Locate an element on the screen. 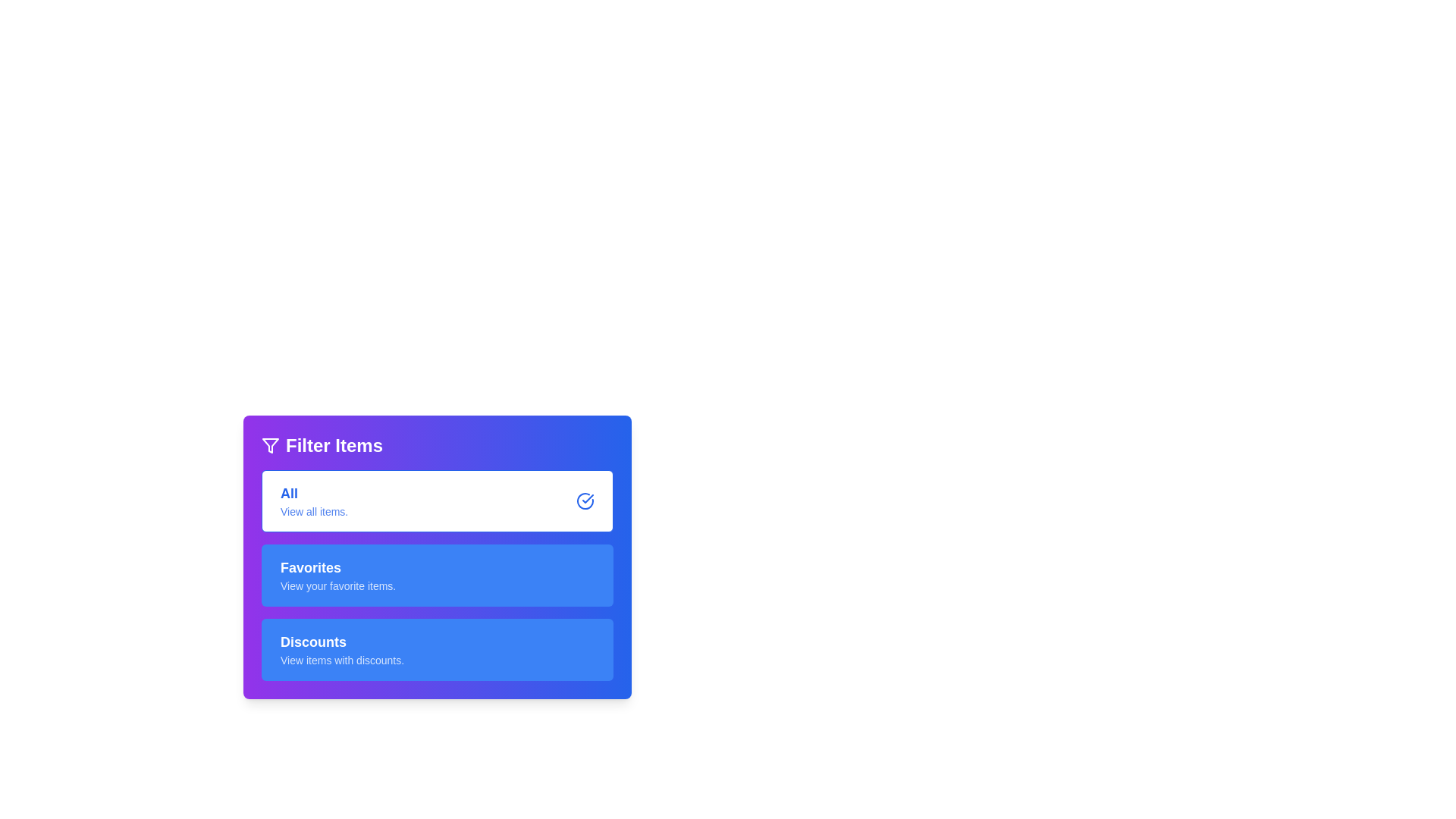 This screenshot has width=1456, height=819. the 'Favorites' button, which is the second button in the 'Filter Items' section is located at coordinates (436, 557).